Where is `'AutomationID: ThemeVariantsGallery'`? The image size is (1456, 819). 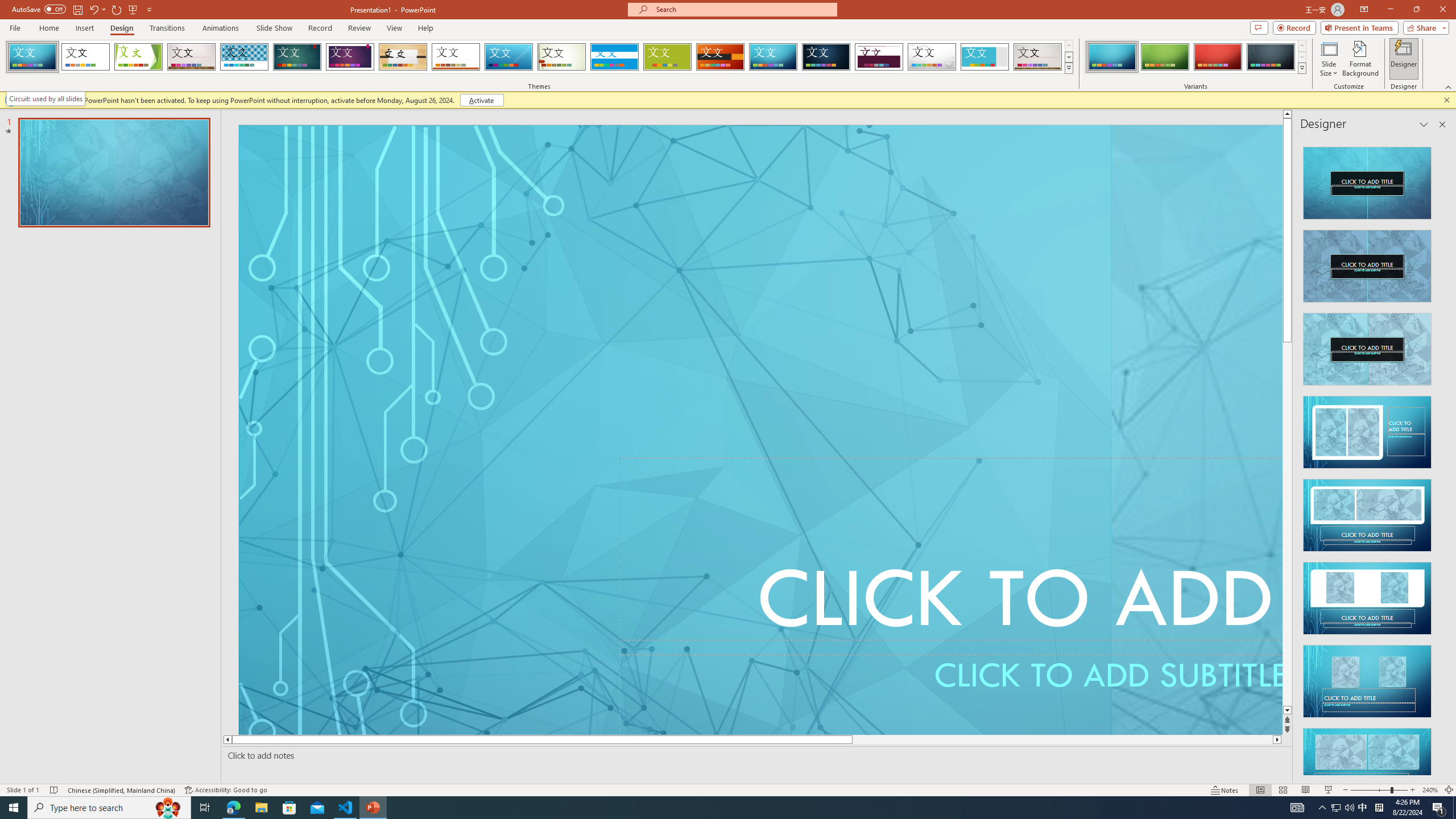 'AutomationID: ThemeVariantsGallery' is located at coordinates (1196, 56).